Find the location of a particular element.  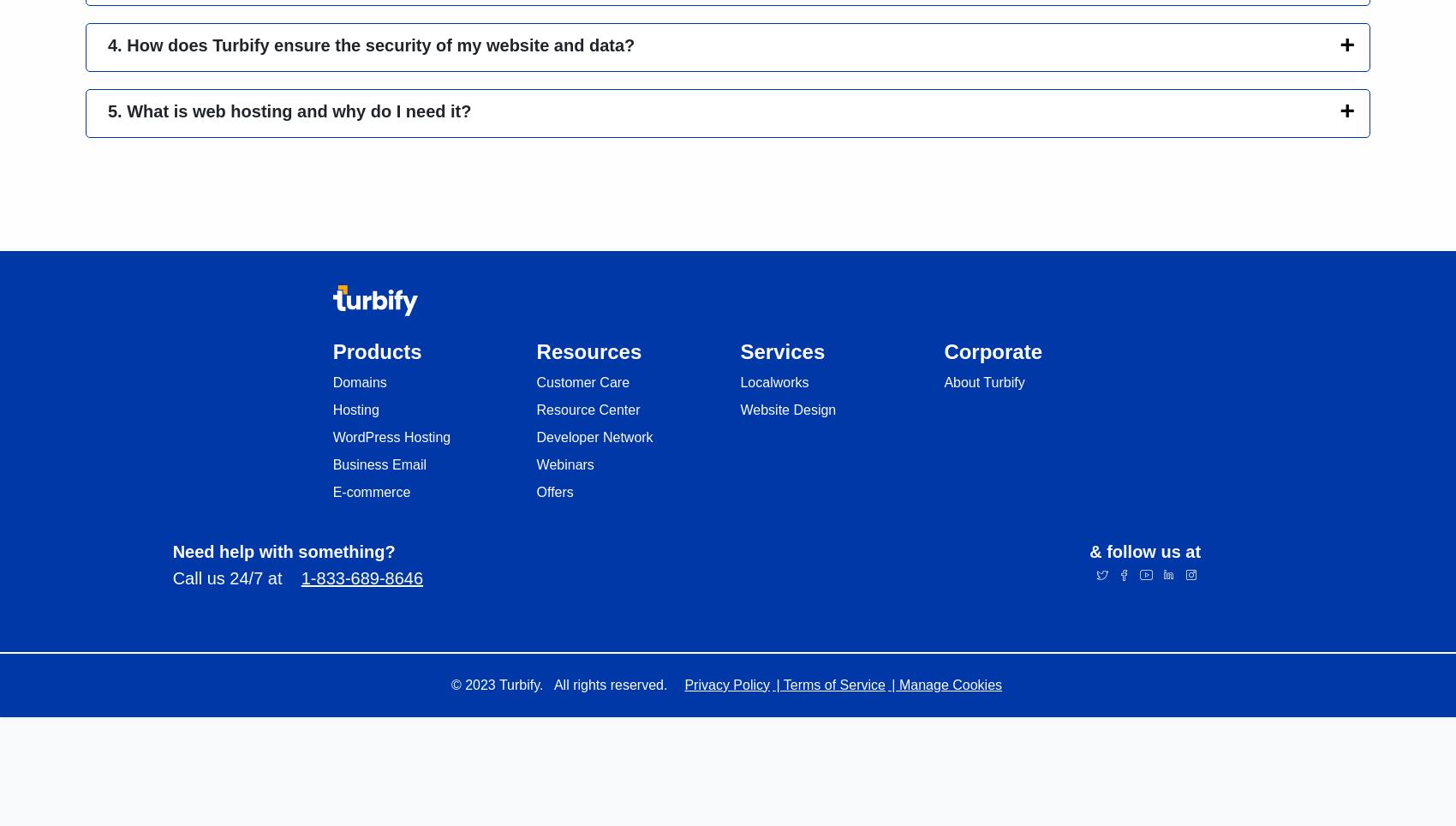

'E-commerce' is located at coordinates (371, 490).